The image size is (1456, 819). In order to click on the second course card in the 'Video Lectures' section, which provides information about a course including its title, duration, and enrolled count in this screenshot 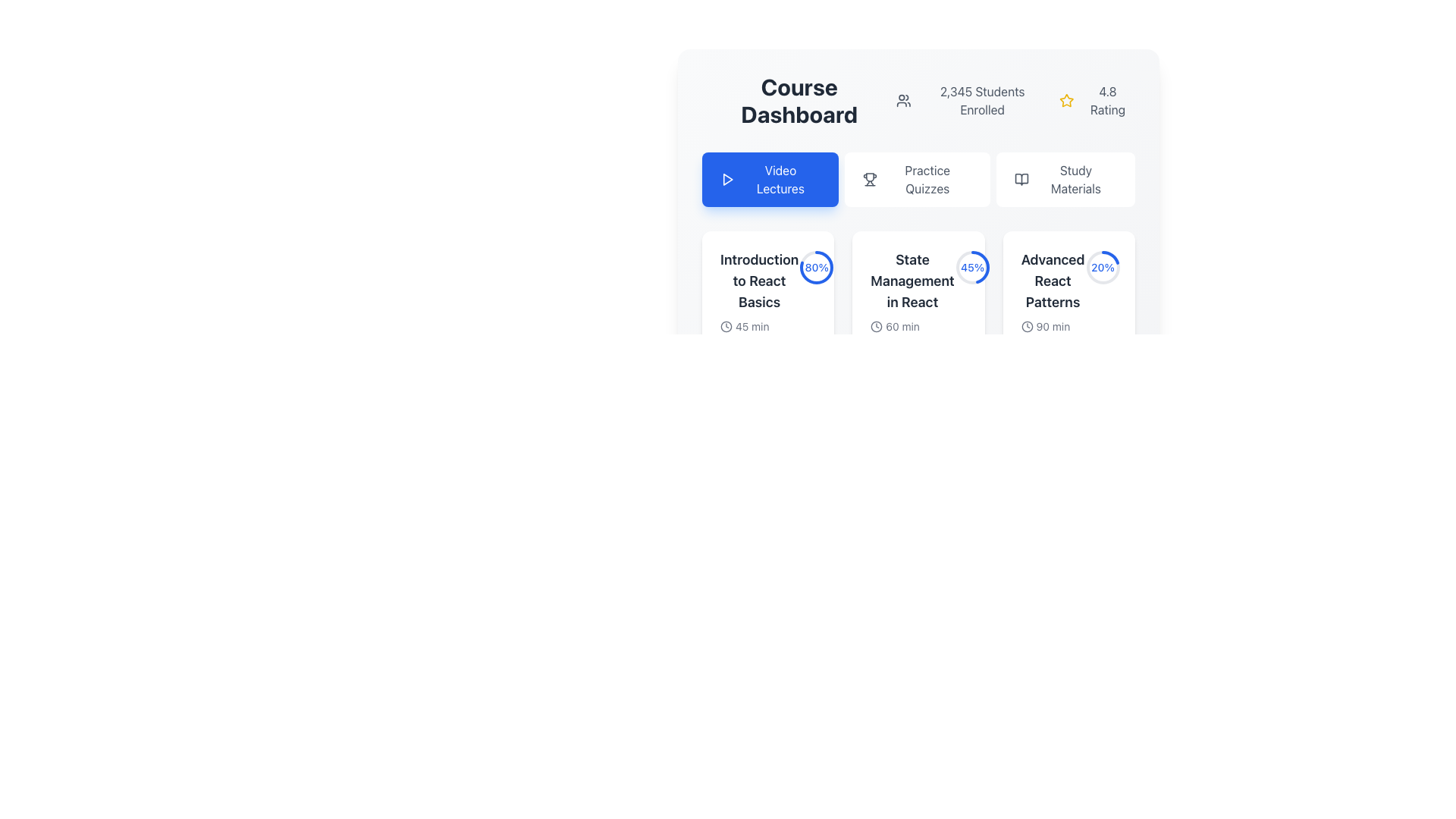, I will do `click(918, 302)`.